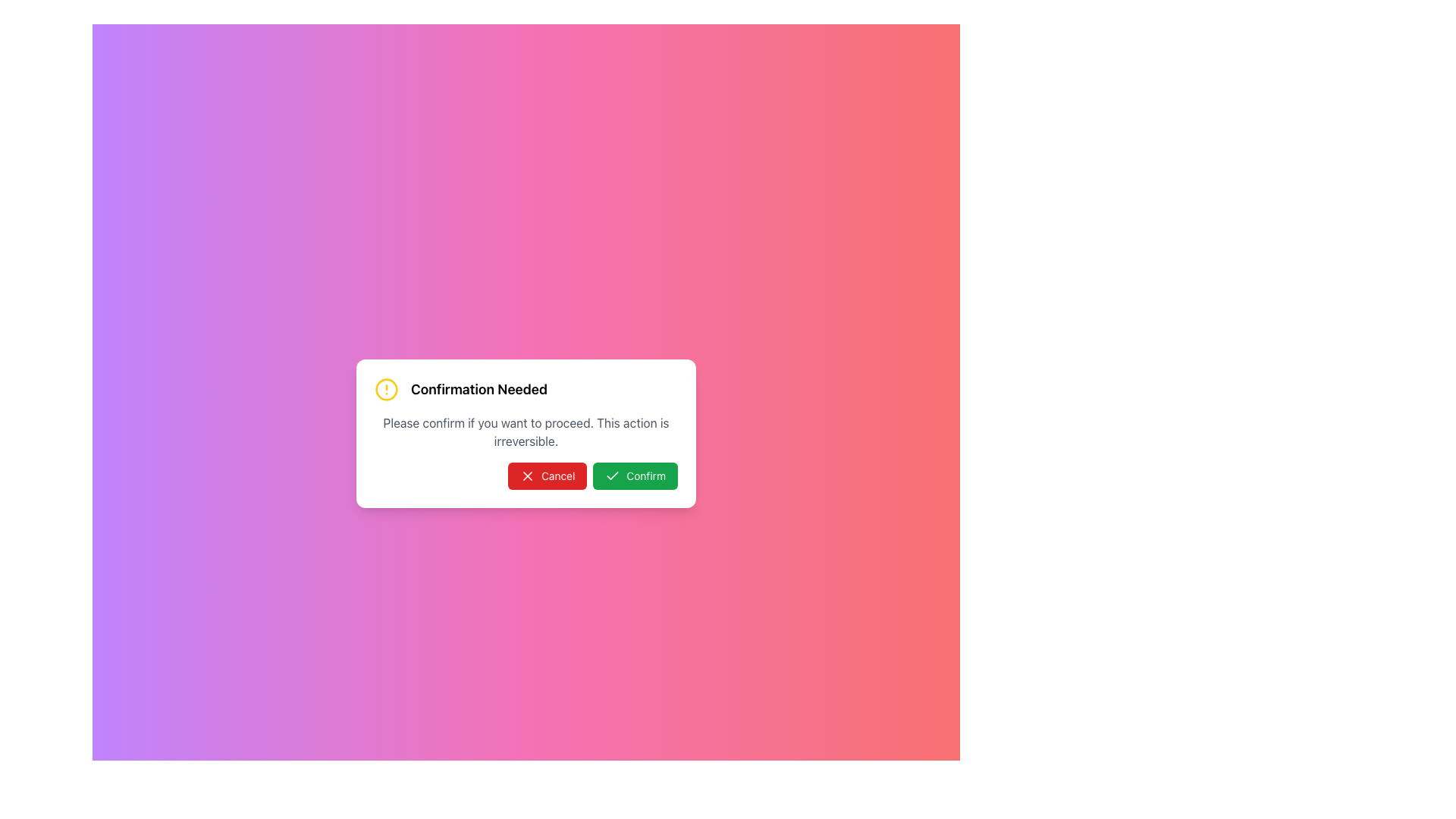 This screenshot has height=819, width=1456. What do you see at coordinates (386, 388) in the screenshot?
I see `the circular SVG Shape Element that is part of the warning icon in the message dialog, which emphasizes the alert function` at bounding box center [386, 388].